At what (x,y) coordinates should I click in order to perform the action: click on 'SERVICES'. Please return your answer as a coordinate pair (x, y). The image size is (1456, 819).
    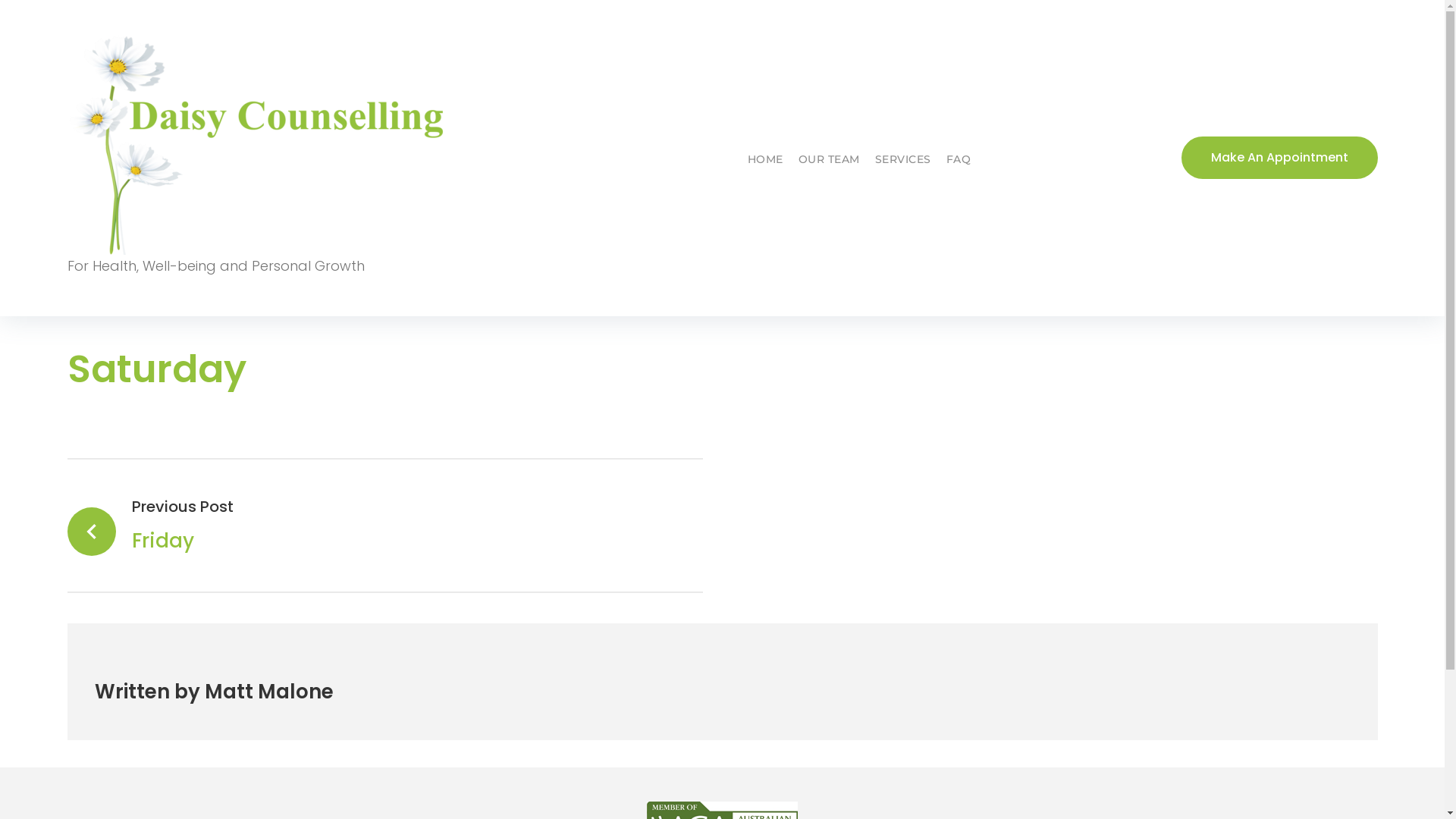
    Looking at the image, I should click on (902, 160).